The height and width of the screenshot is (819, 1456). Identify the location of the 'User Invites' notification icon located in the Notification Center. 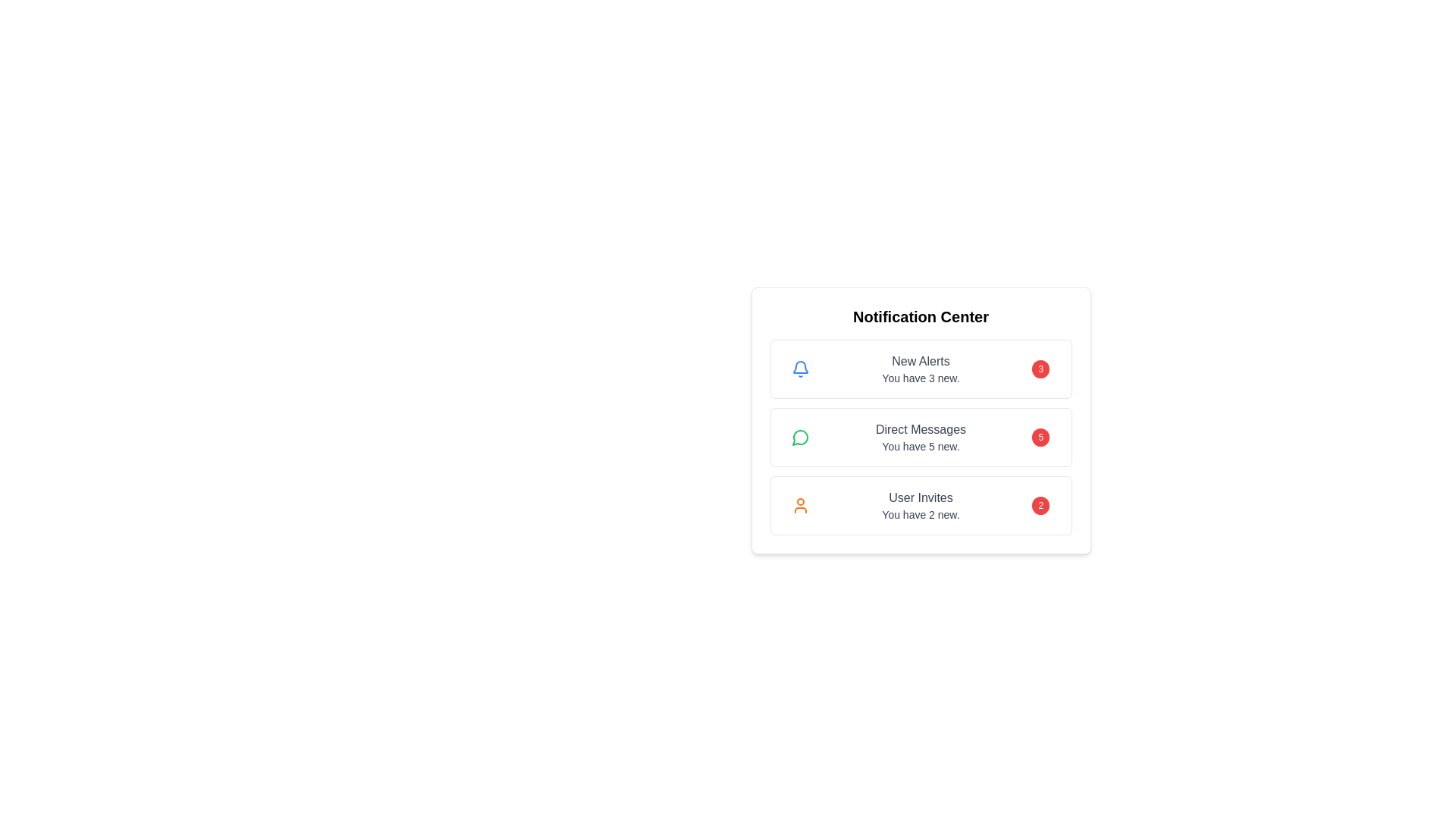
(800, 506).